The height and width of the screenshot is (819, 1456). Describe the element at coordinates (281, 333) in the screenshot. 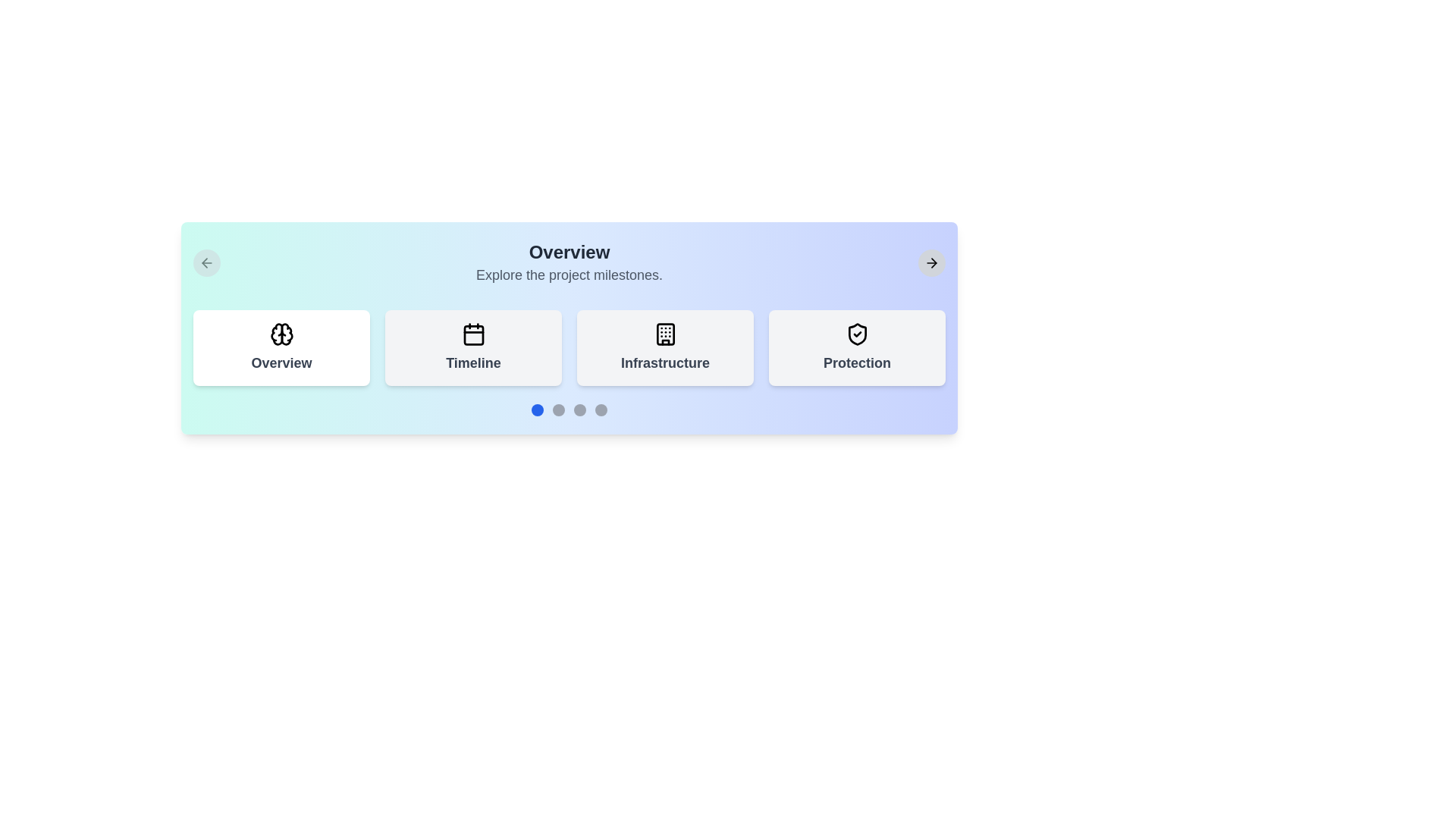

I see `the 'Overview' button icon, which is visually indicated by its rounded rectangular shape and is the first button in a row of similar buttons` at that location.